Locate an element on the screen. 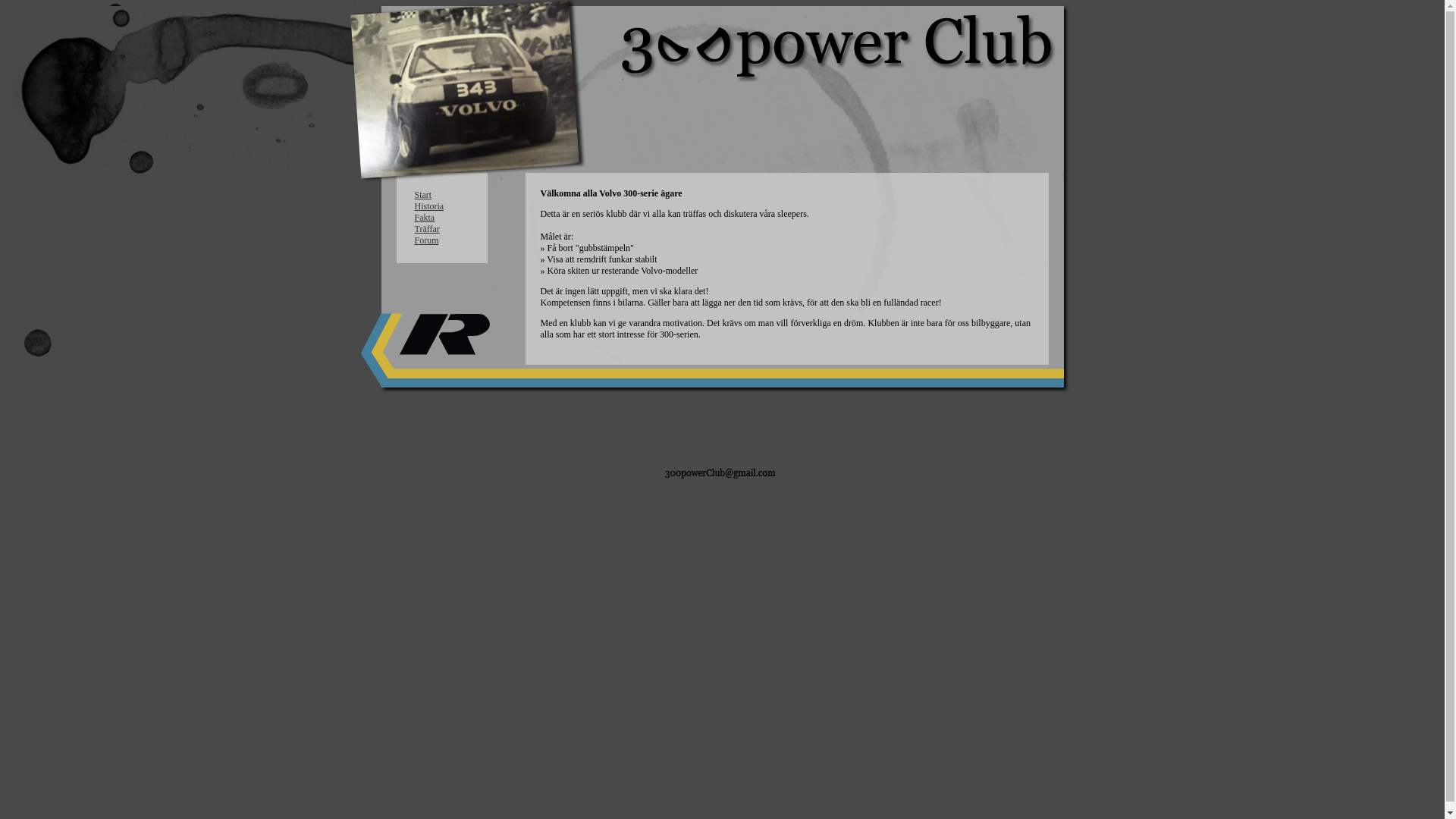 Image resolution: width=1456 pixels, height=819 pixels. 'Historia' is located at coordinates (428, 206).